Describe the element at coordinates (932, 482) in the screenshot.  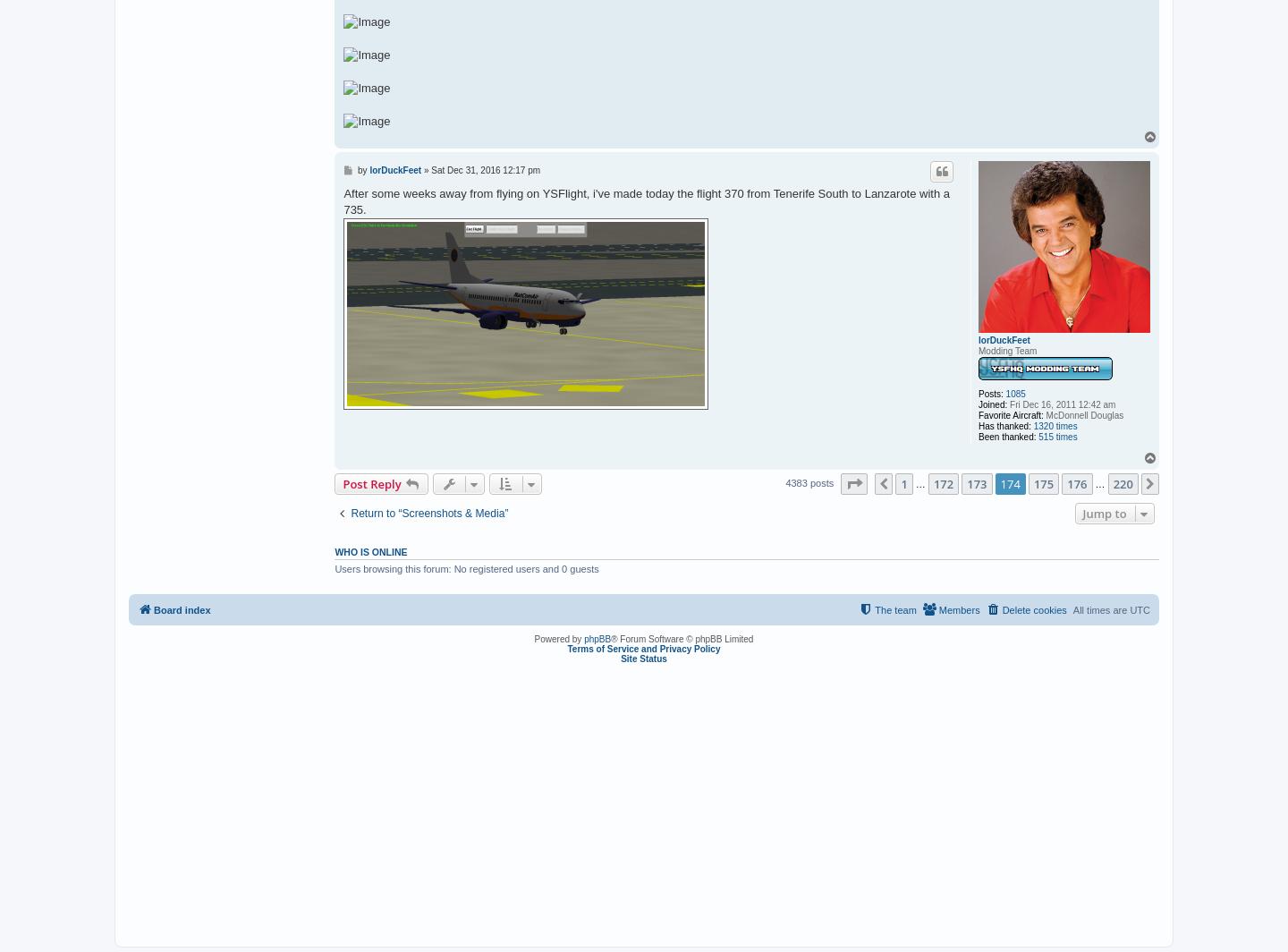
I see `'172'` at that location.